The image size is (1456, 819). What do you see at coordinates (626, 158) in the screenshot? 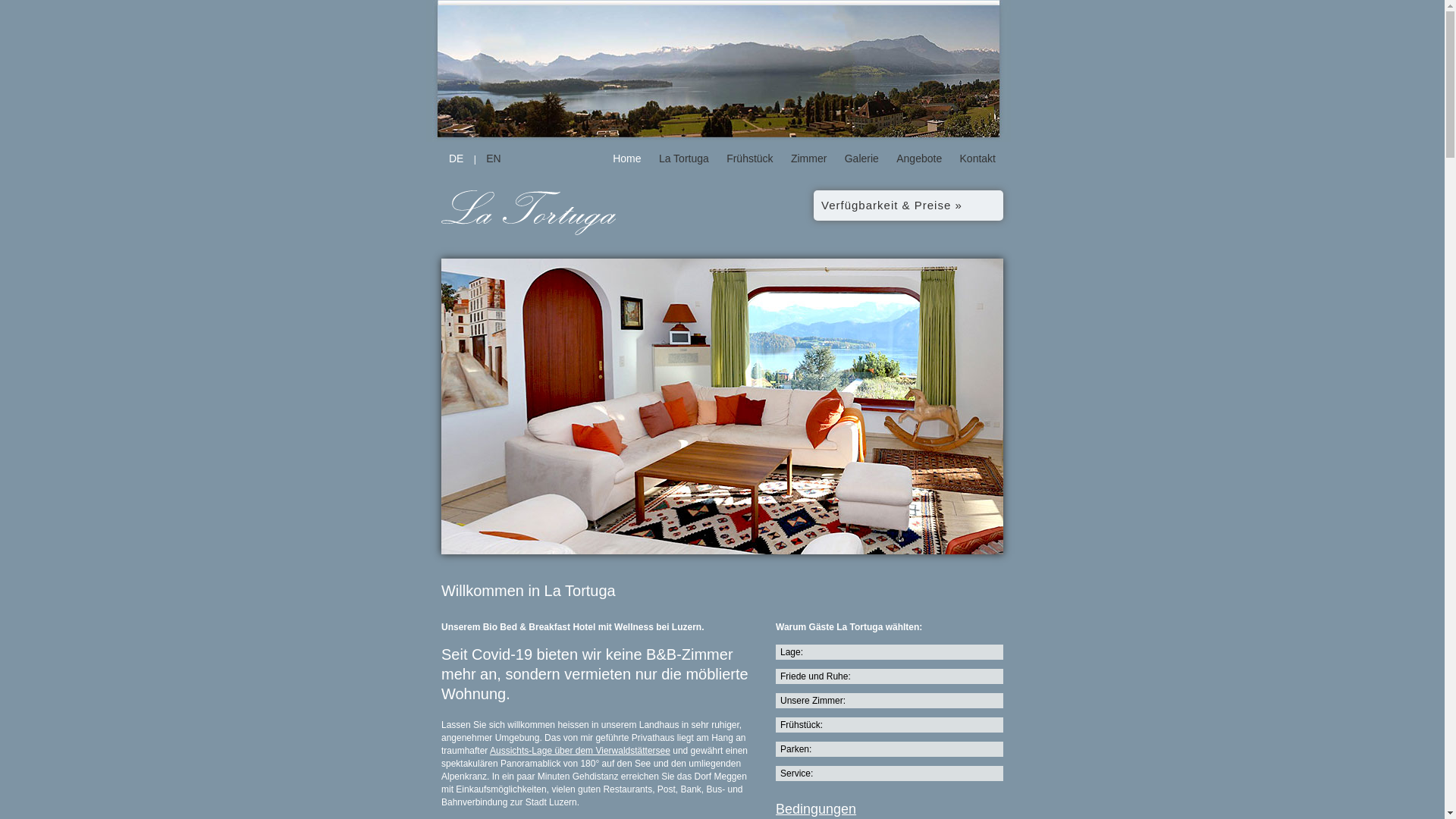
I see `'Home'` at bounding box center [626, 158].